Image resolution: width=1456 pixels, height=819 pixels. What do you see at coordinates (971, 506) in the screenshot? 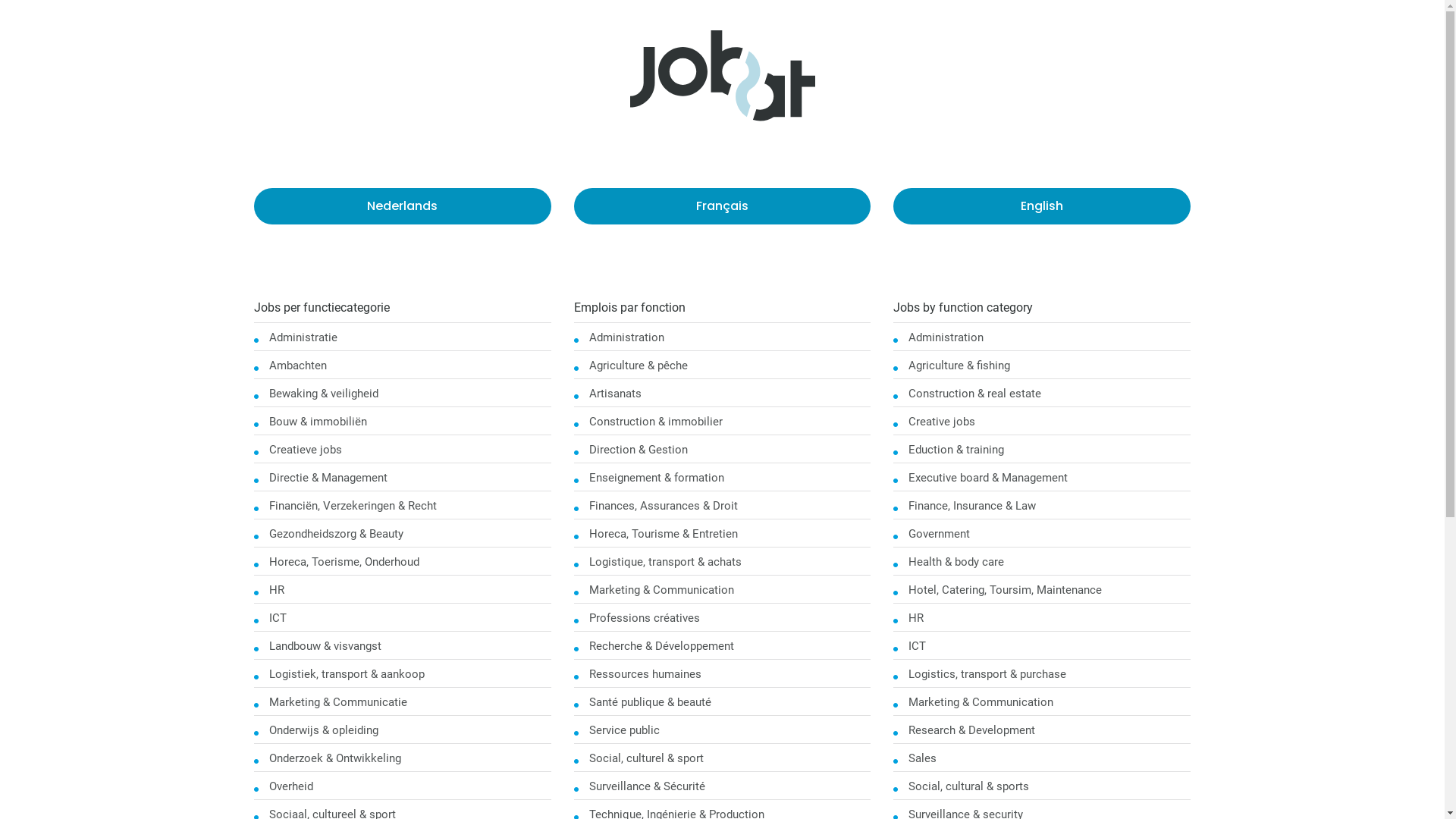
I see `'Finance, Insurance & Law'` at bounding box center [971, 506].